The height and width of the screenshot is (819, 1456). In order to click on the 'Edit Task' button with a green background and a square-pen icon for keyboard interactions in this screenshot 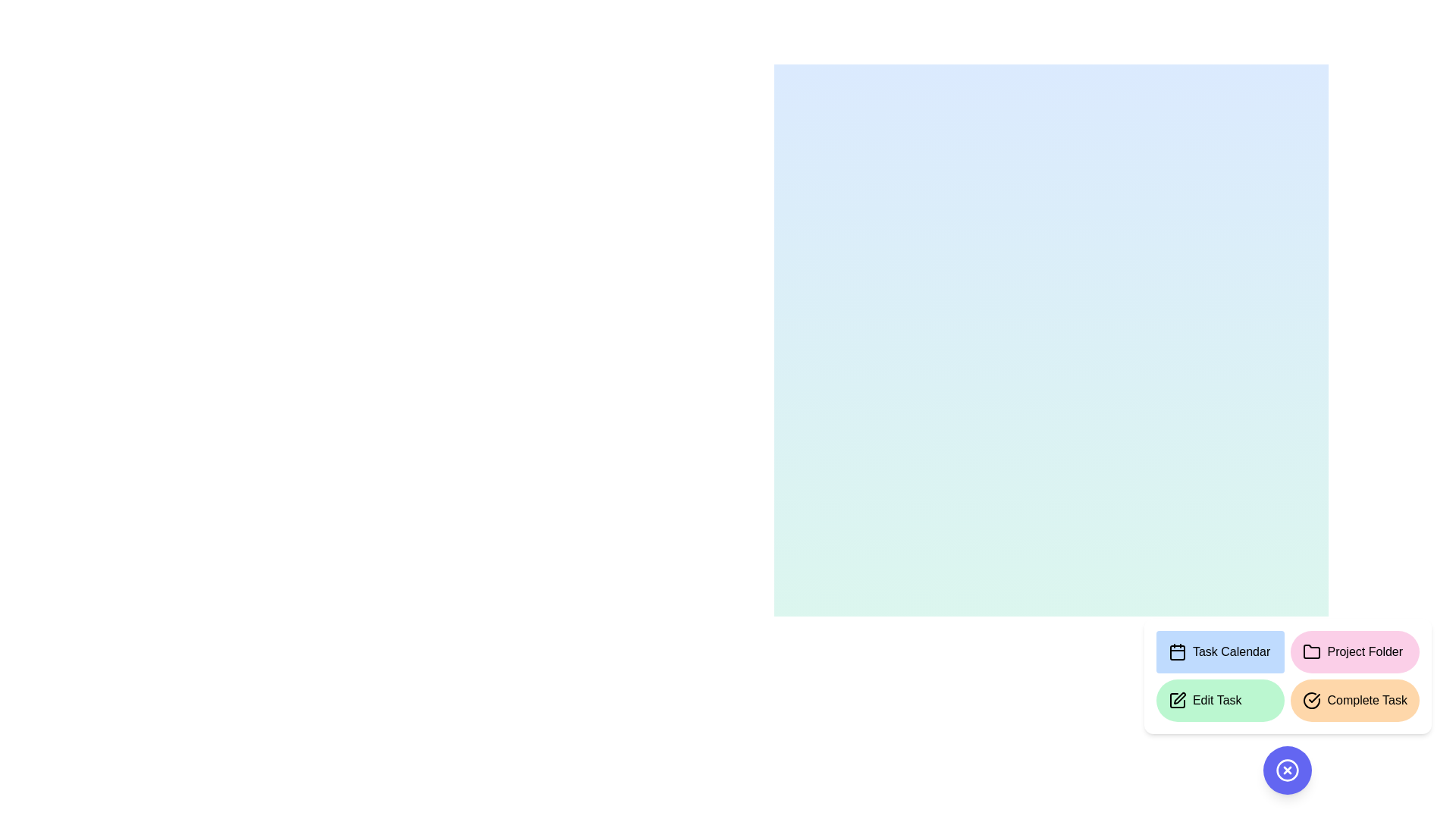, I will do `click(1220, 701)`.